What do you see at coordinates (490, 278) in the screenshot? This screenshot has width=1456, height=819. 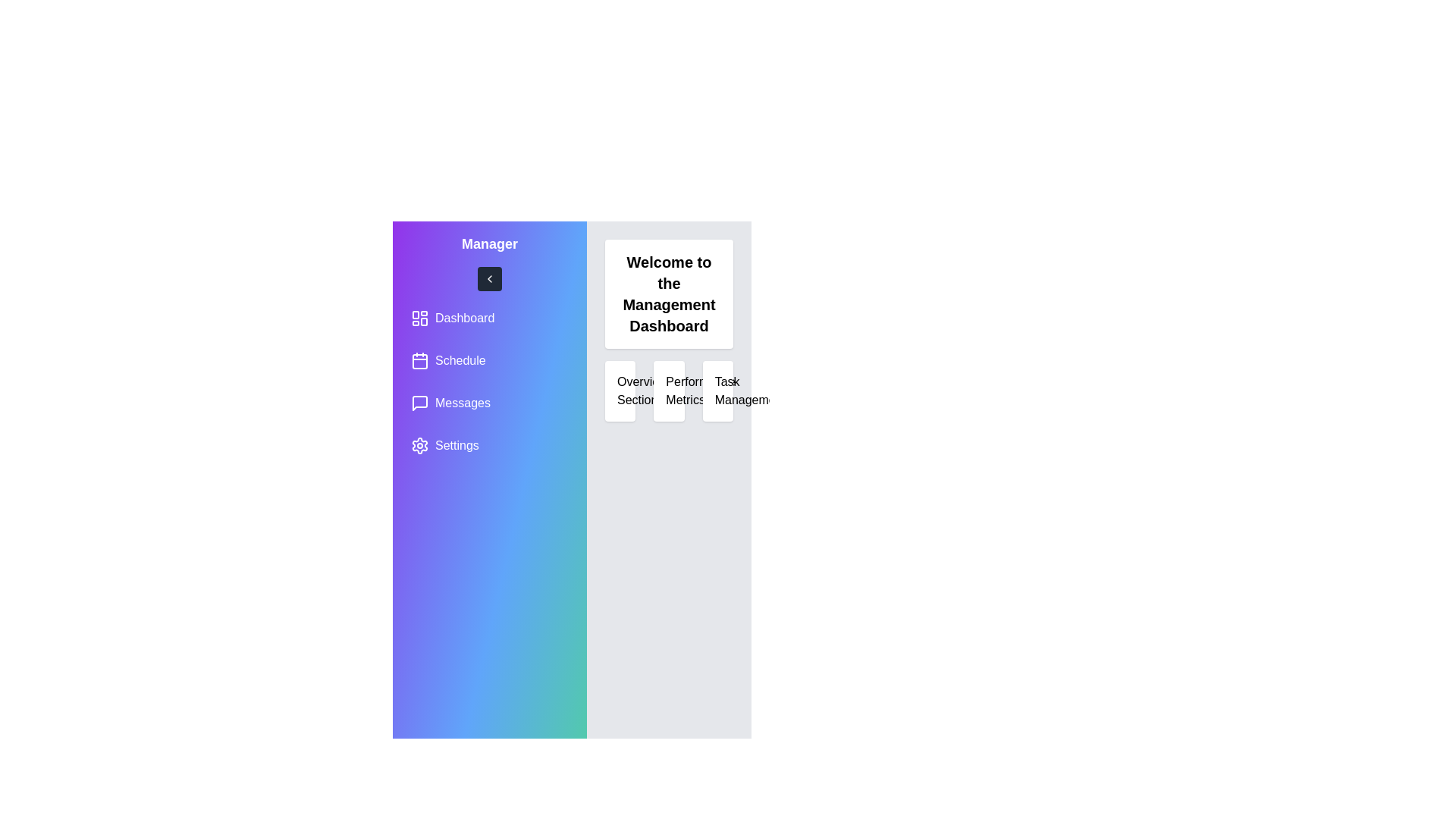 I see `the icon button located at the top of the sidebar, just below the 'Manager' title` at bounding box center [490, 278].